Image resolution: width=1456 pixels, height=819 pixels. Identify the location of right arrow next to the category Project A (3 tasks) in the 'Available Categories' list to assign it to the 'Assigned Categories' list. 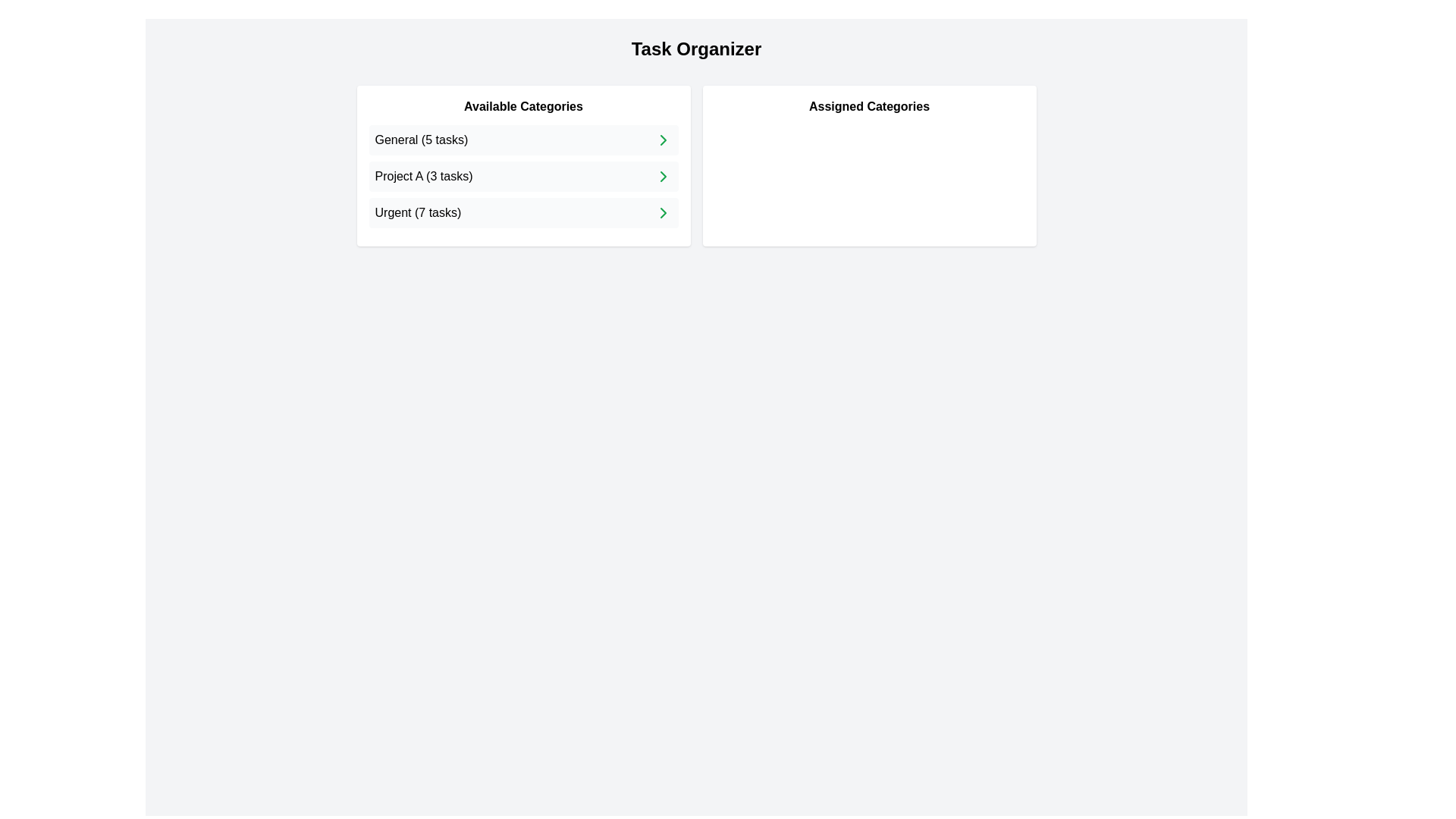
(663, 175).